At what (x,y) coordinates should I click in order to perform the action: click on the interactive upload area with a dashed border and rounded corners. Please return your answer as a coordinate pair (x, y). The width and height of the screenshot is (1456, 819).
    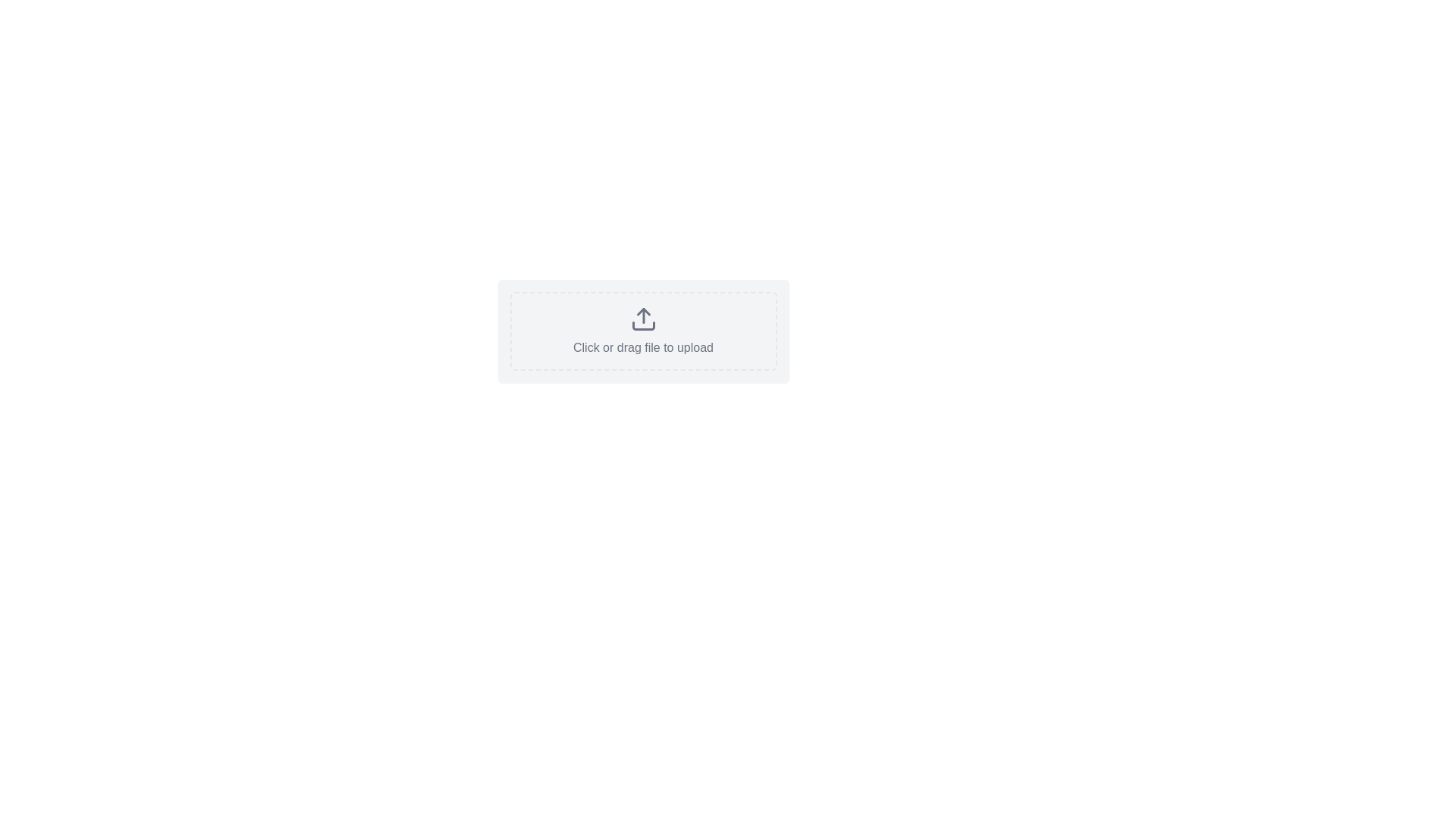
    Looking at the image, I should click on (643, 330).